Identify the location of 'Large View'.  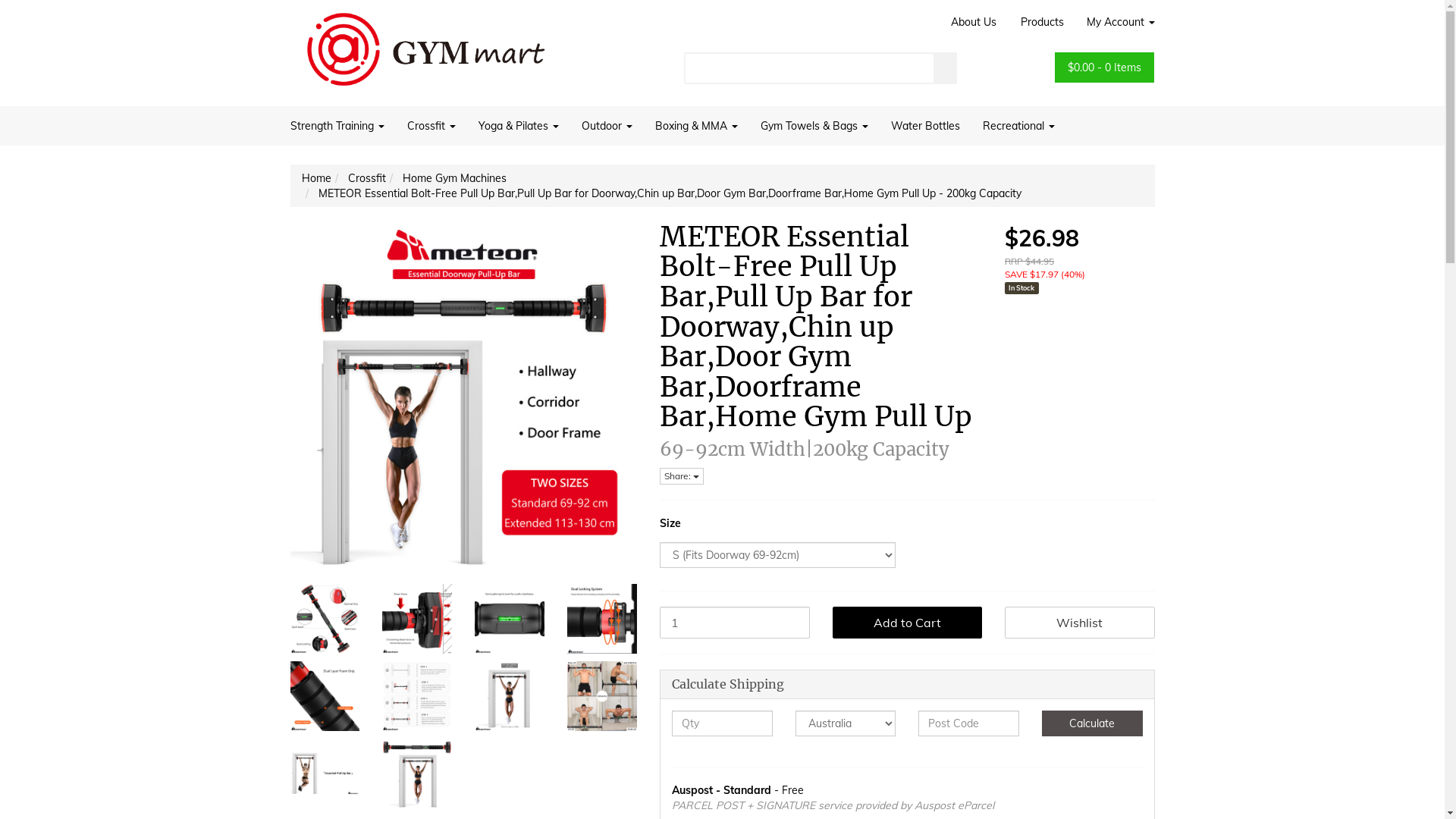
(323, 619).